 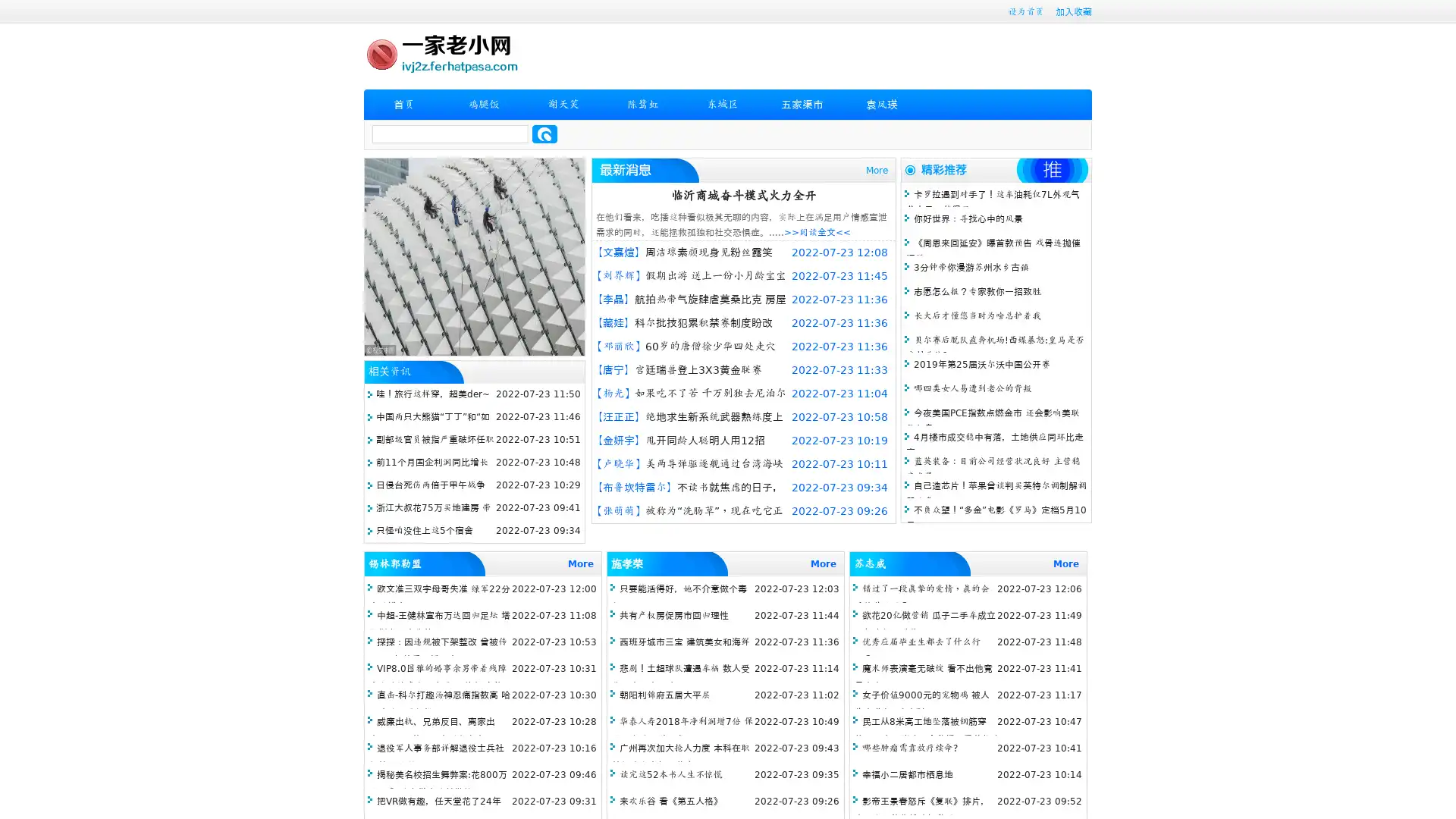 What do you see at coordinates (544, 133) in the screenshot?
I see `Search` at bounding box center [544, 133].